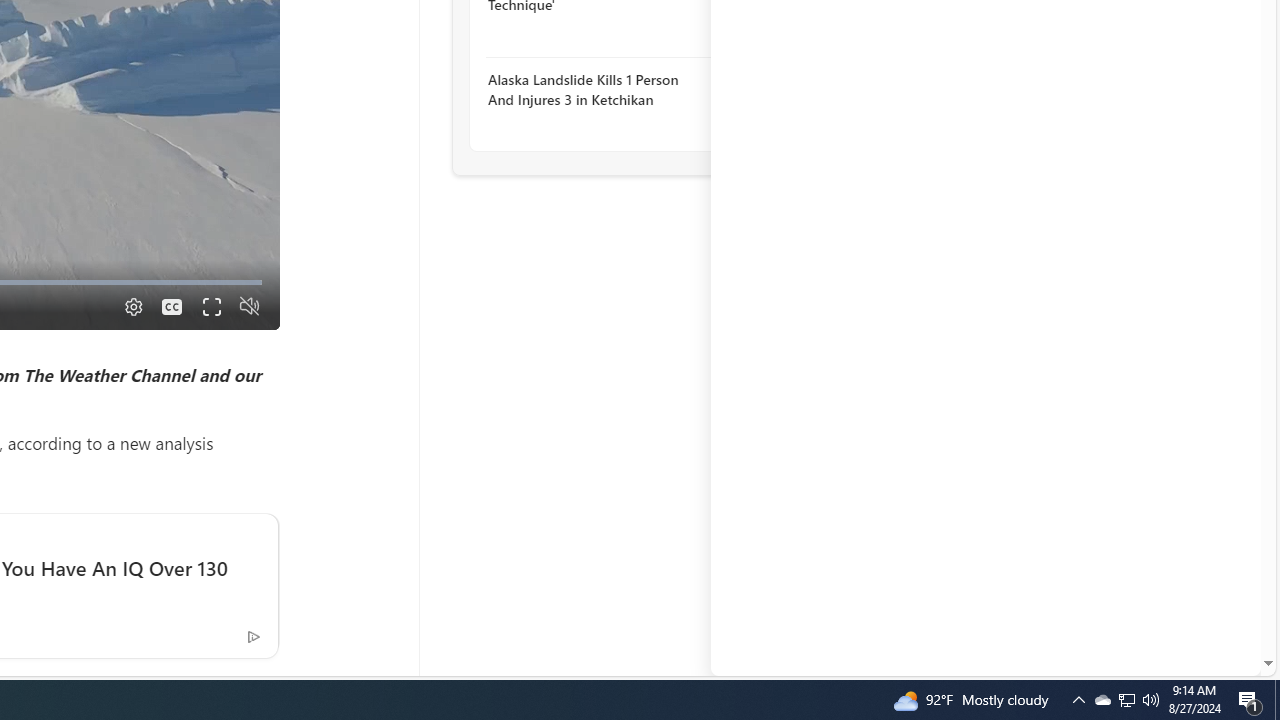 The image size is (1280, 720). Describe the element at coordinates (248, 306) in the screenshot. I see `'Unmute'` at that location.